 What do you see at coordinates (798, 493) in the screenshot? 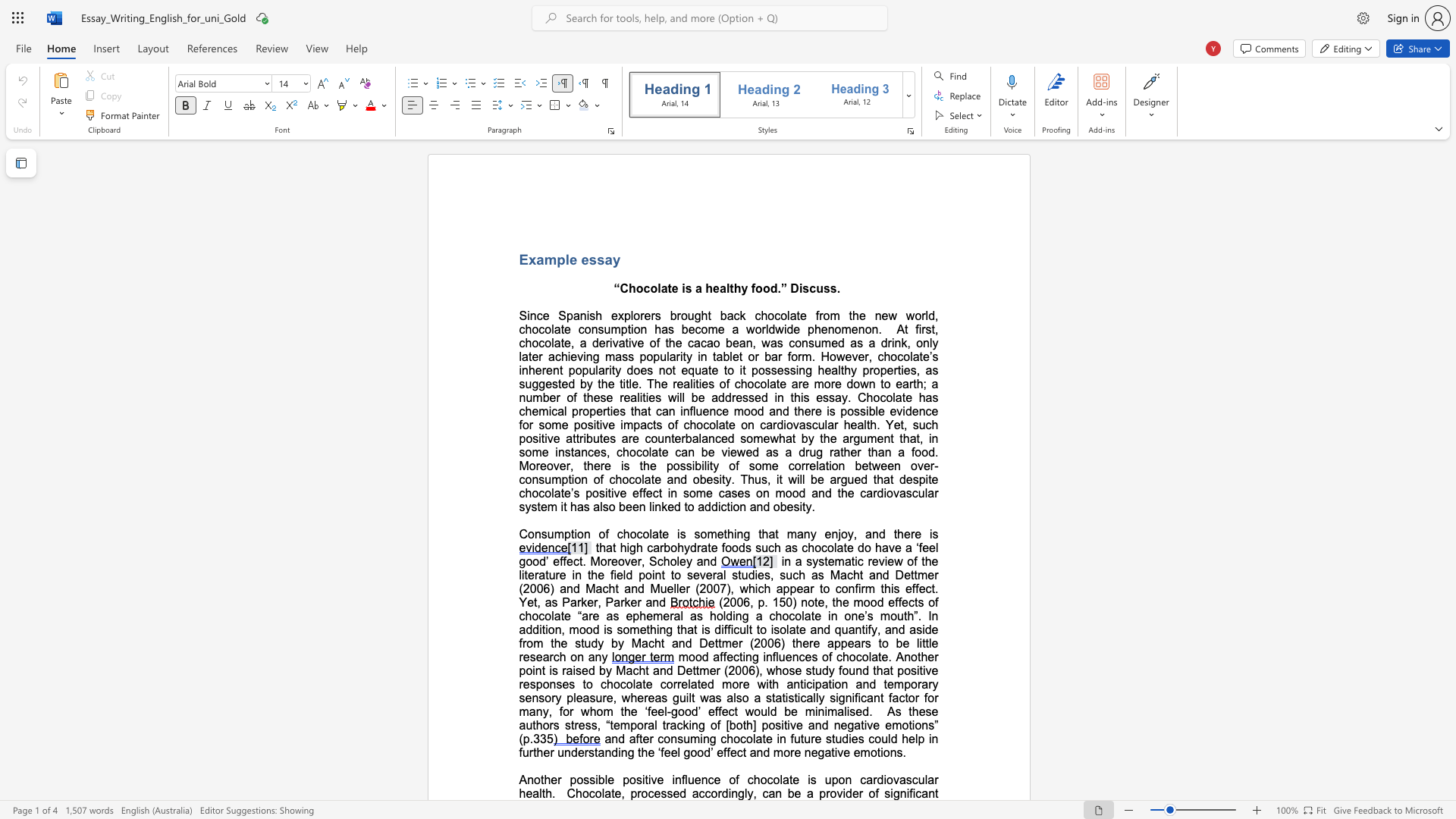
I see `the subset text "d and the cardiovascular system it has also been linked to addiction and o" within the text "the argument that, in some instances, chocolate can be viewed as a drug rather than a food. Moreover, there is the possibility of some correlation between over-consumption of chocolate and obesity. Thus, it will be argued that despite chocolate’s positive effect in some cases on mood and the cardiovascular system it has also been linked to addiction and obesity."` at bounding box center [798, 493].